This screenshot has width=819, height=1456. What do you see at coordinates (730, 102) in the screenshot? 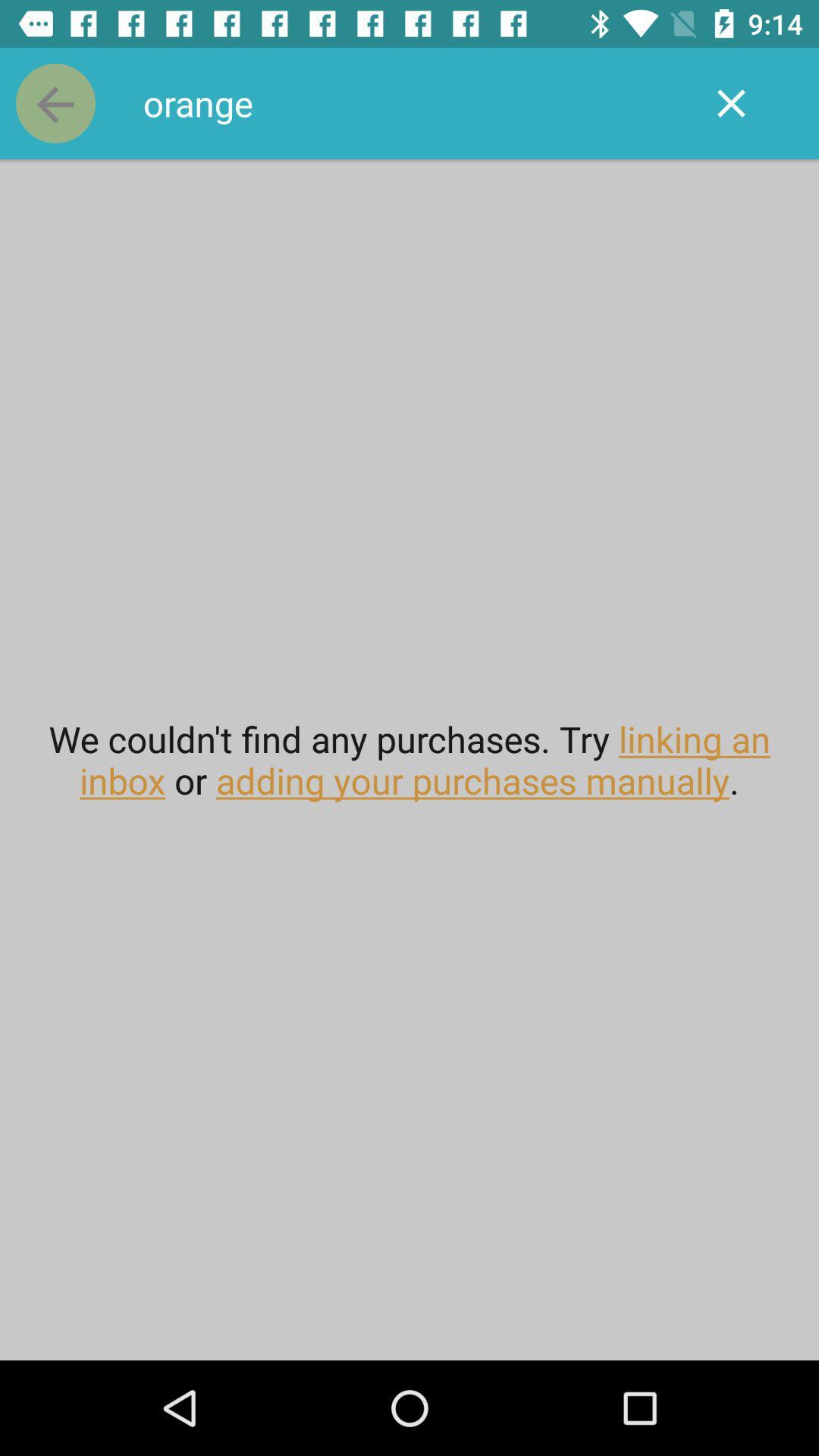
I see `icon next to the orange` at bounding box center [730, 102].